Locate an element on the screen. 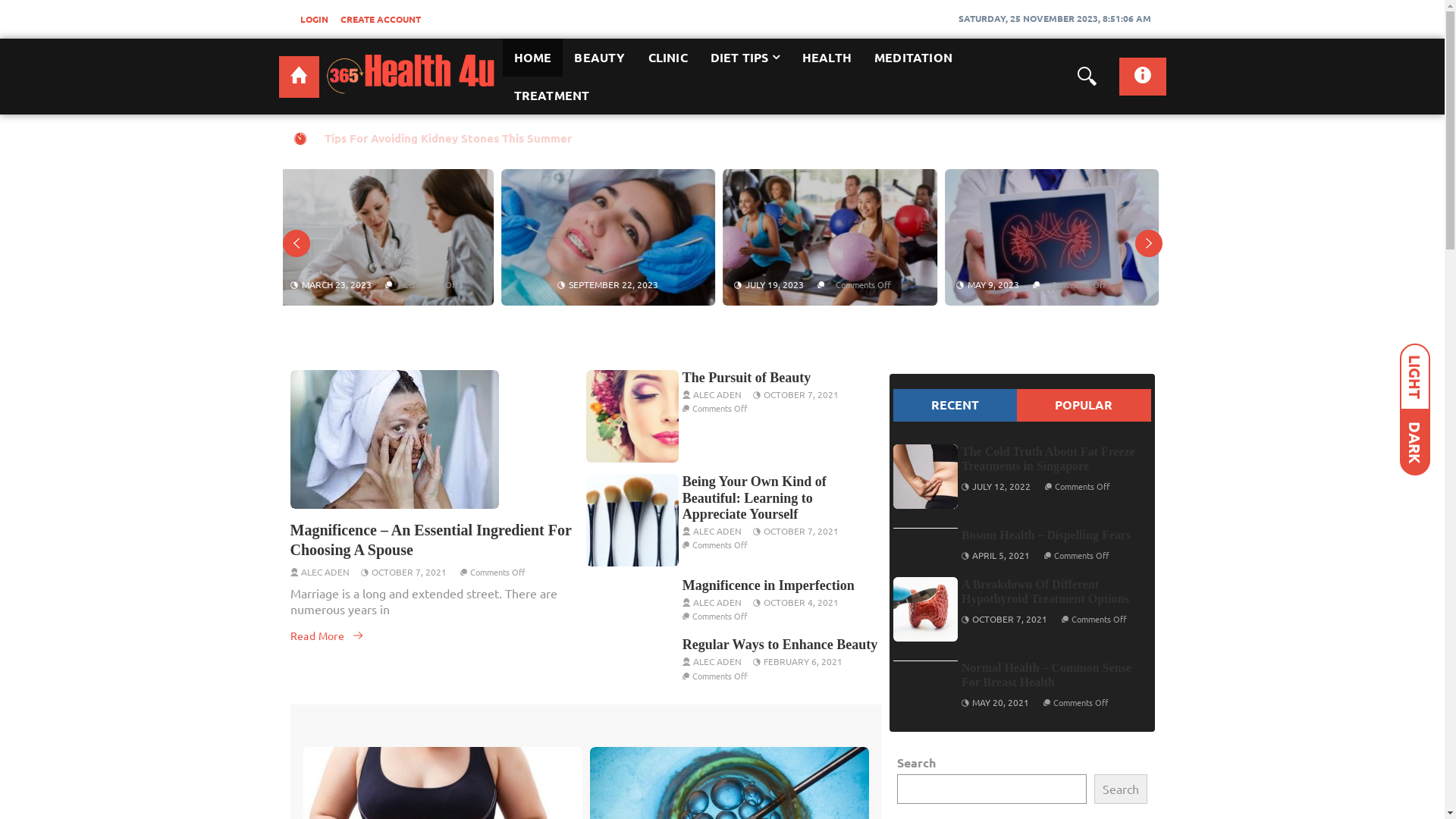 This screenshot has height=819, width=1456. 'FEBRUARY 6, 2021' is located at coordinates (802, 660).